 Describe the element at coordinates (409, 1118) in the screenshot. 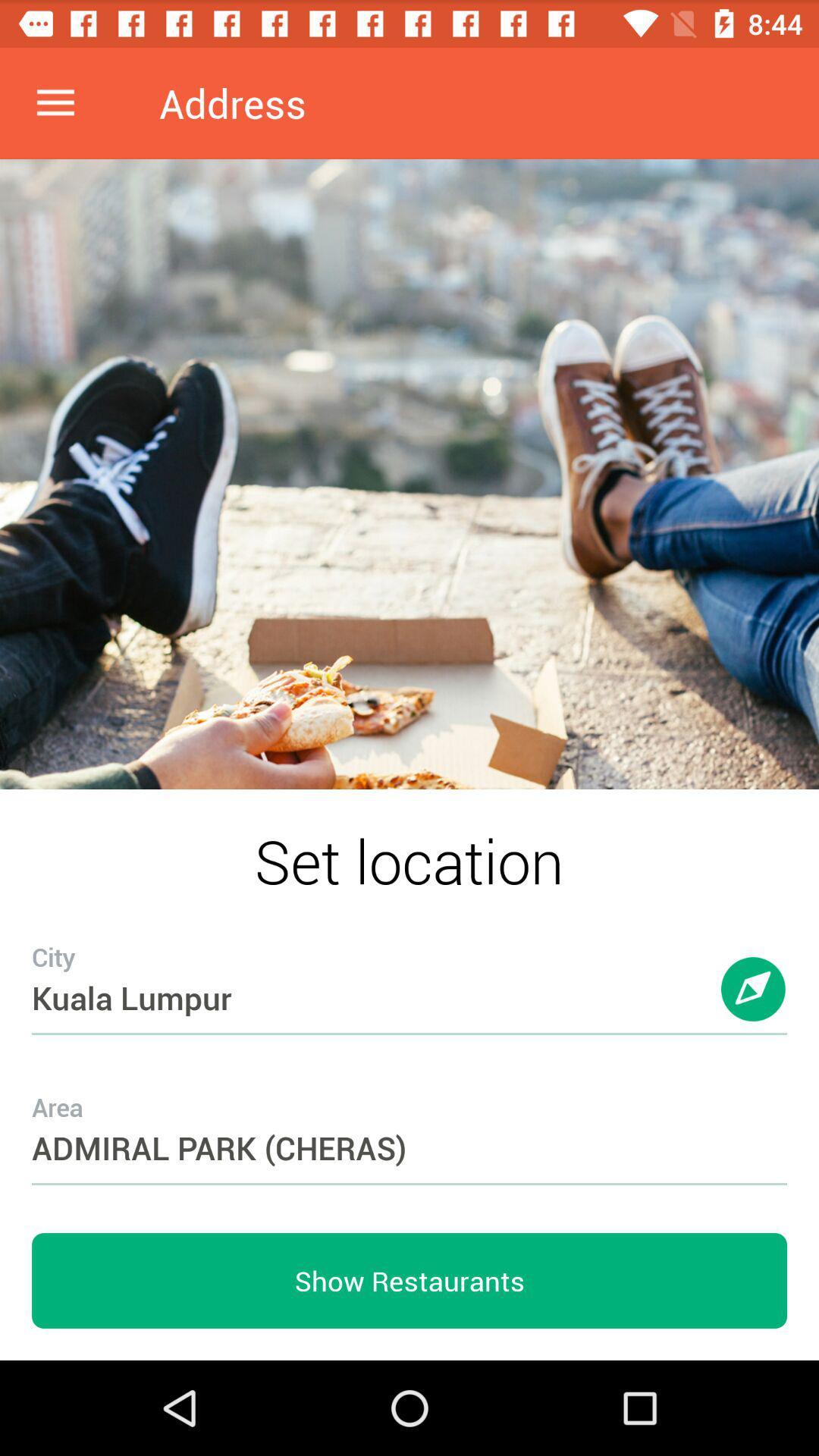

I see `admiral park (cheras)` at that location.